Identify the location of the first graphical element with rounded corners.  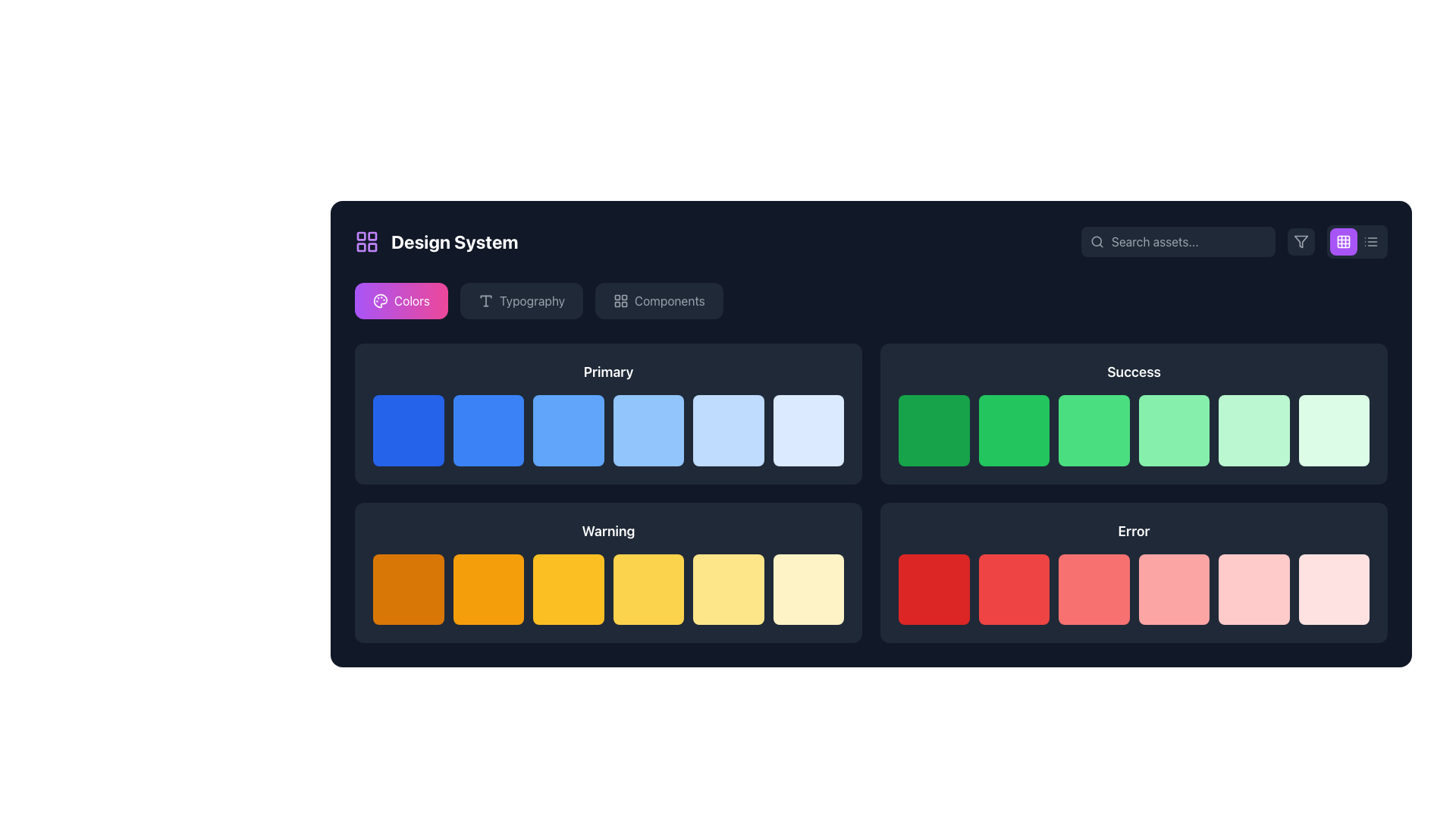
(935, 432).